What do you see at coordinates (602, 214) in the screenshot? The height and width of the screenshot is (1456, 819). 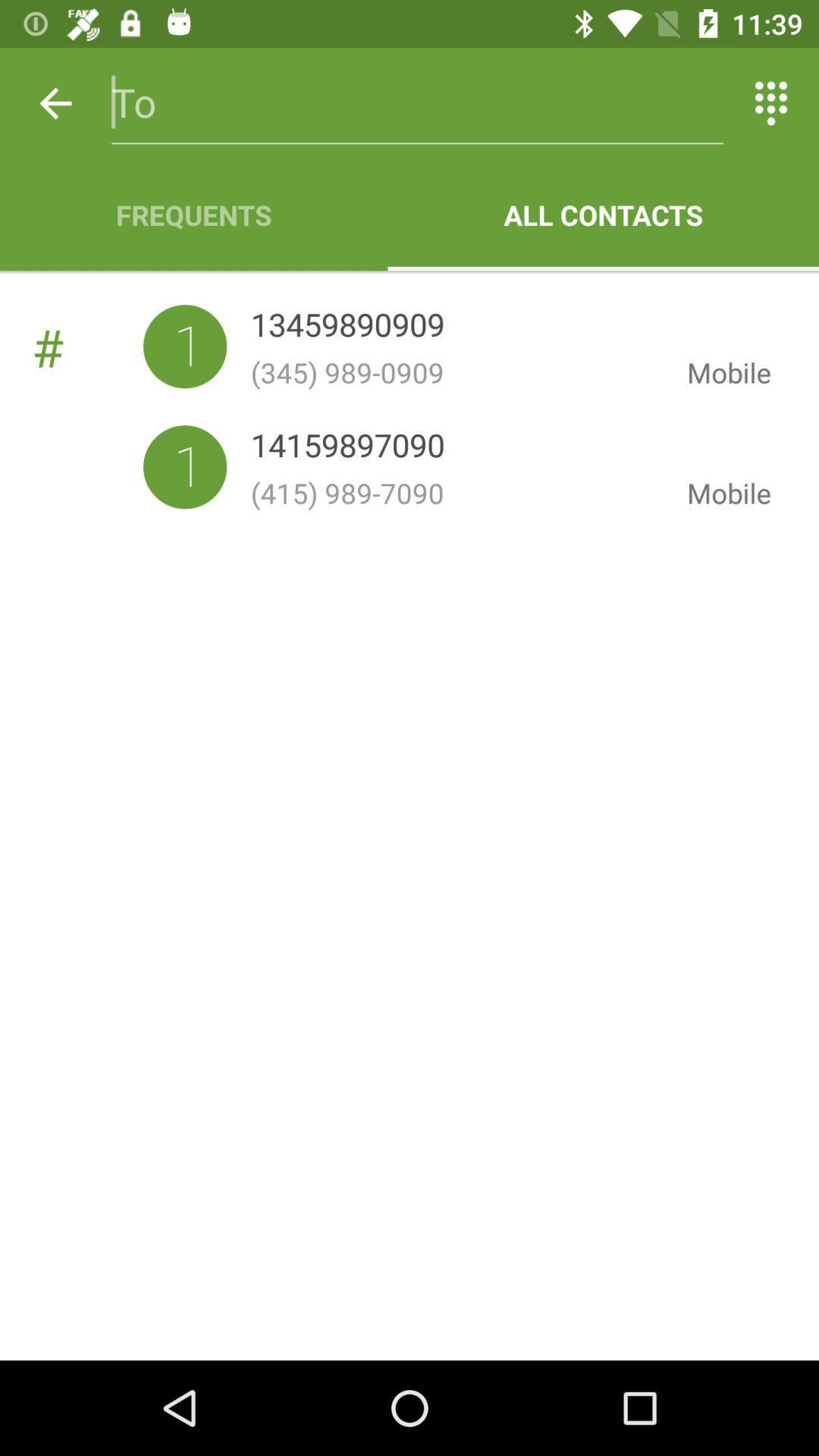 I see `icon next to the frequents item` at bounding box center [602, 214].